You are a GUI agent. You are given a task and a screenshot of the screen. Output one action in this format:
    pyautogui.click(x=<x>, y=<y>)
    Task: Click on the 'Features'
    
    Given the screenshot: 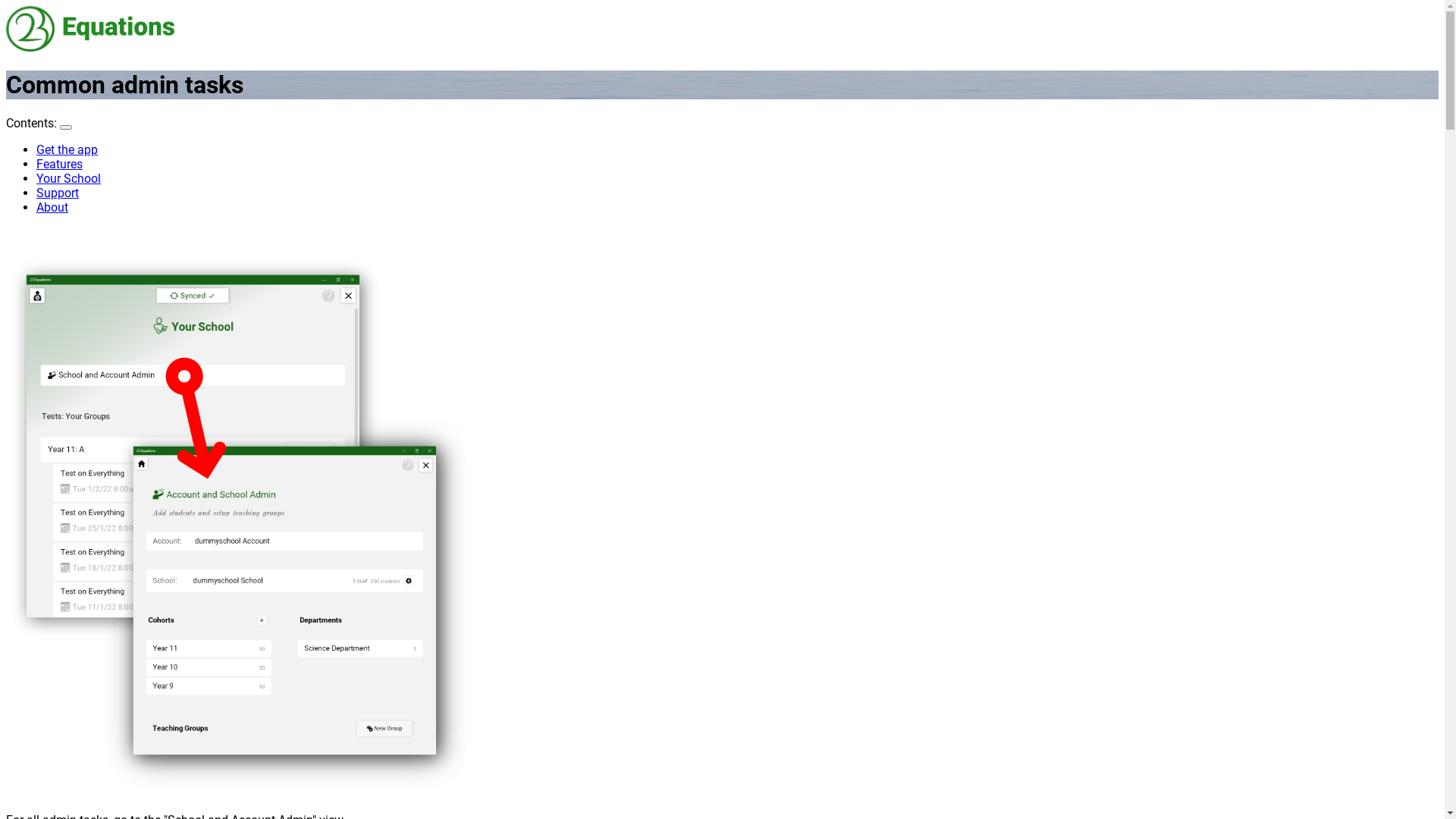 What is the action you would take?
    pyautogui.click(x=59, y=164)
    